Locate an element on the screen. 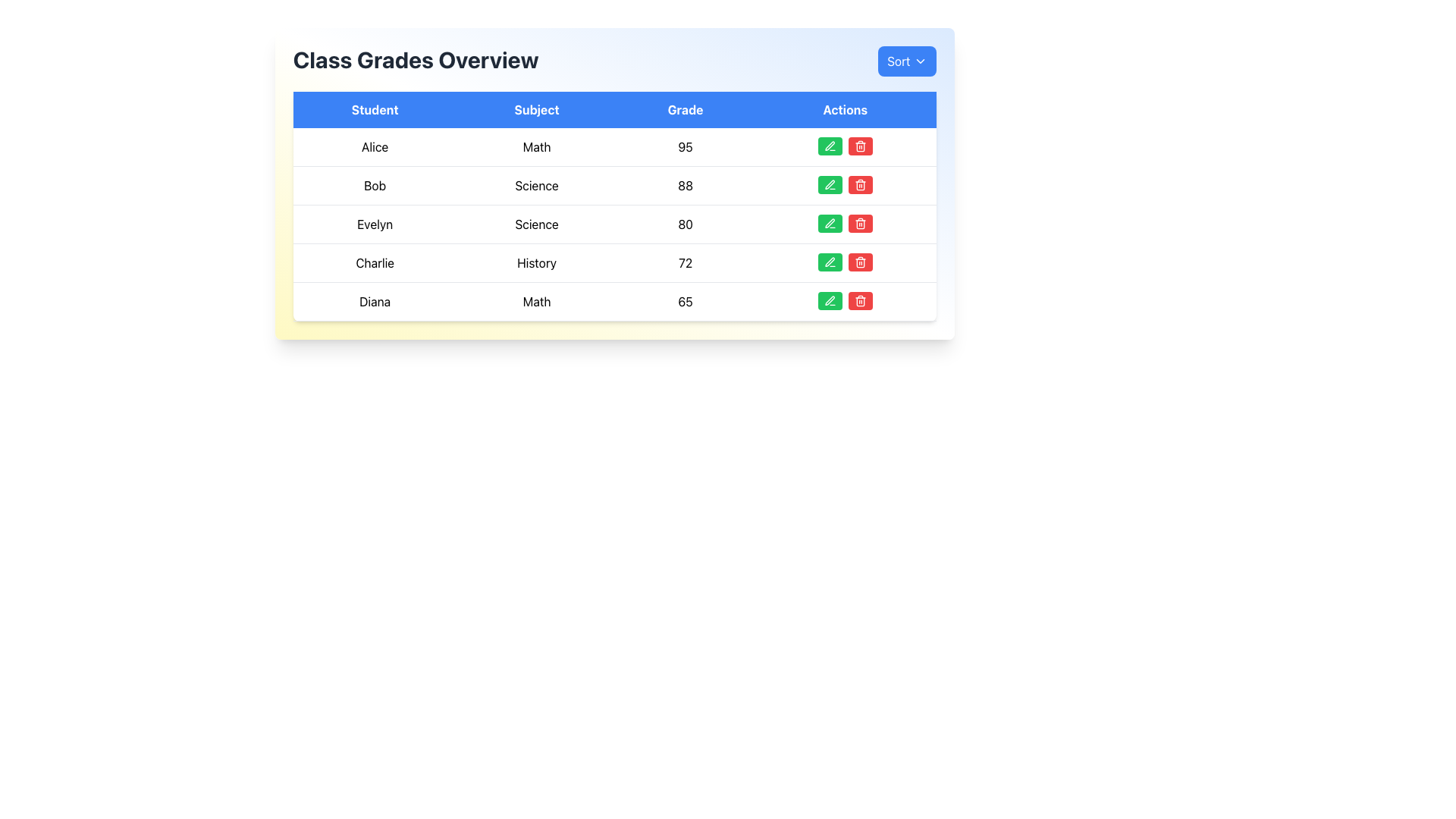  the red rectangular button with a trash can icon located in the 'Actions' column, fifth row for student Diana, to change its background color is located at coordinates (860, 262).